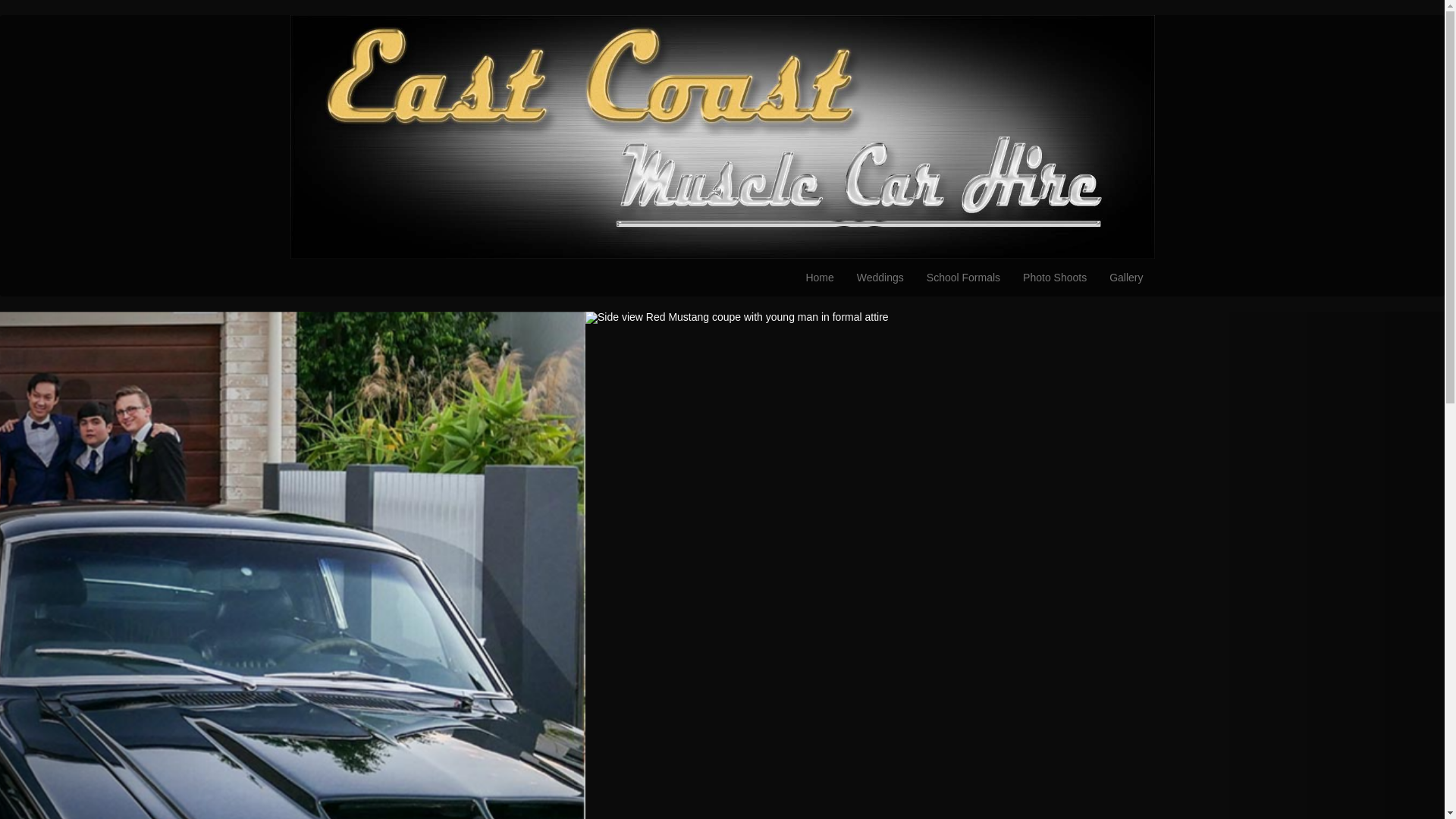  What do you see at coordinates (1125, 278) in the screenshot?
I see `'Gallery'` at bounding box center [1125, 278].